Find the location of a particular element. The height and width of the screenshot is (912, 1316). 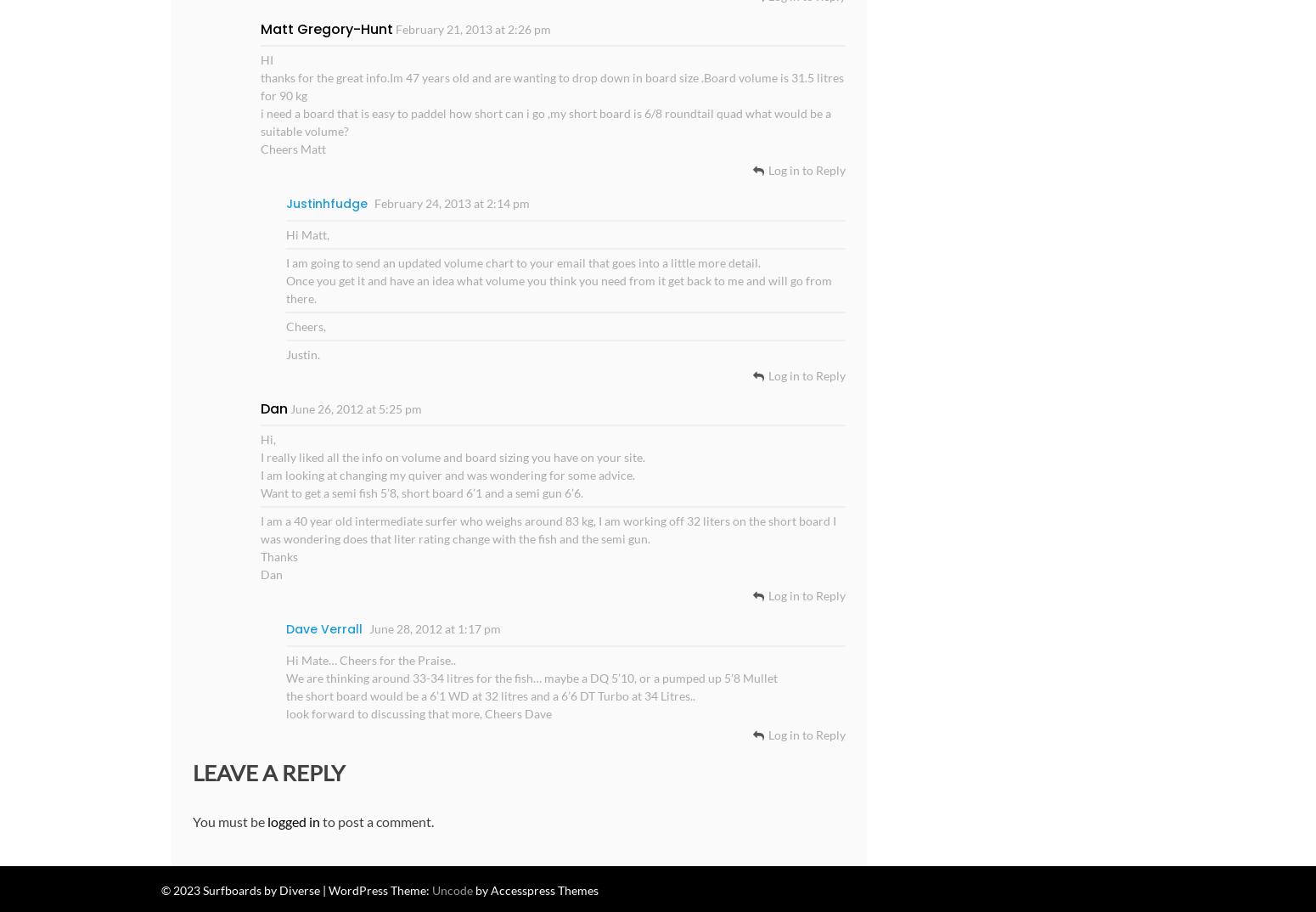

'Once you get it and have an idea what volume you think you need from it get back to me and will go from there.' is located at coordinates (557, 288).